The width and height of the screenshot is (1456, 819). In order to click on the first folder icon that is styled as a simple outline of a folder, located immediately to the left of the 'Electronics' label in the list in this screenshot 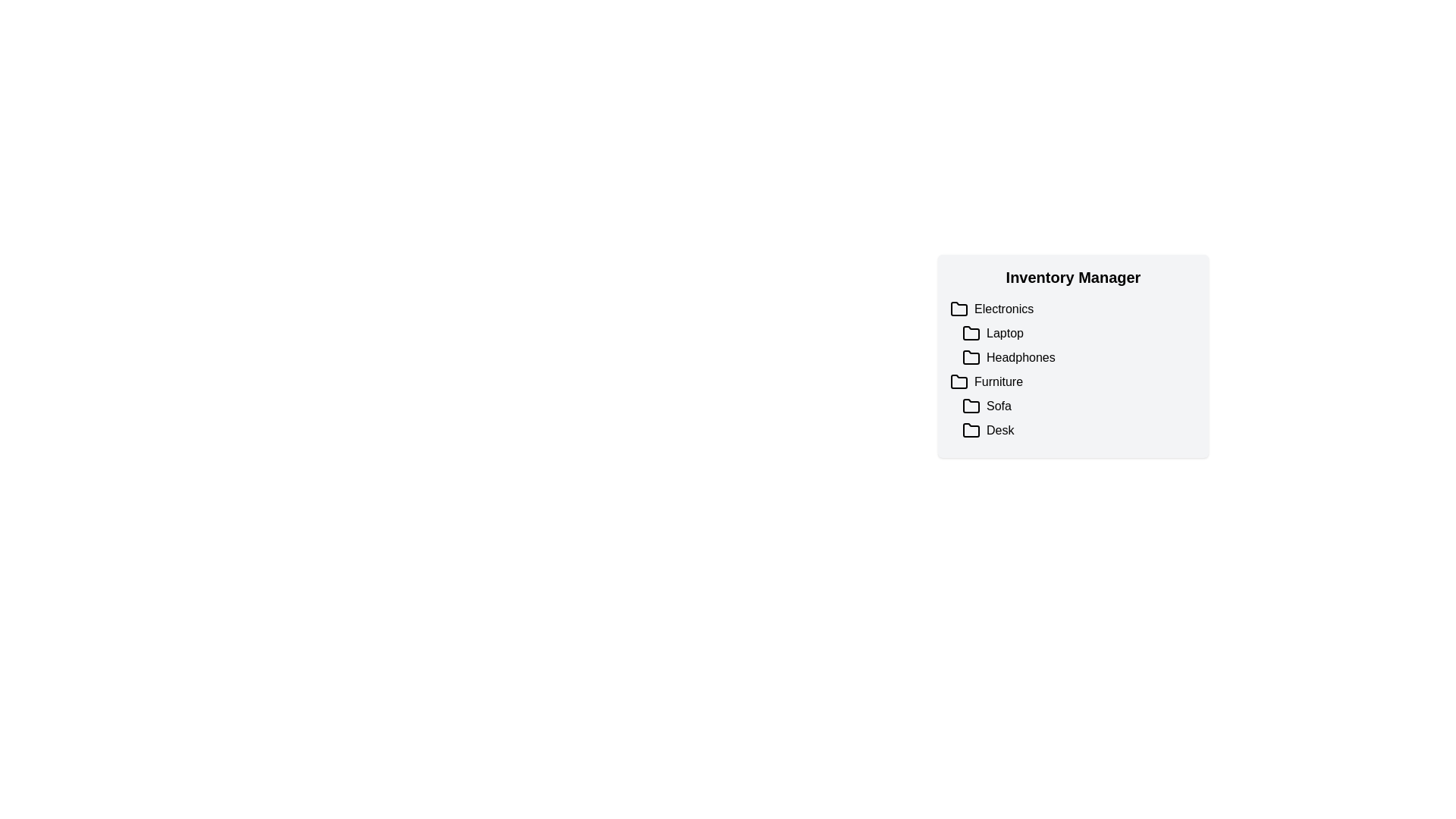, I will do `click(959, 308)`.